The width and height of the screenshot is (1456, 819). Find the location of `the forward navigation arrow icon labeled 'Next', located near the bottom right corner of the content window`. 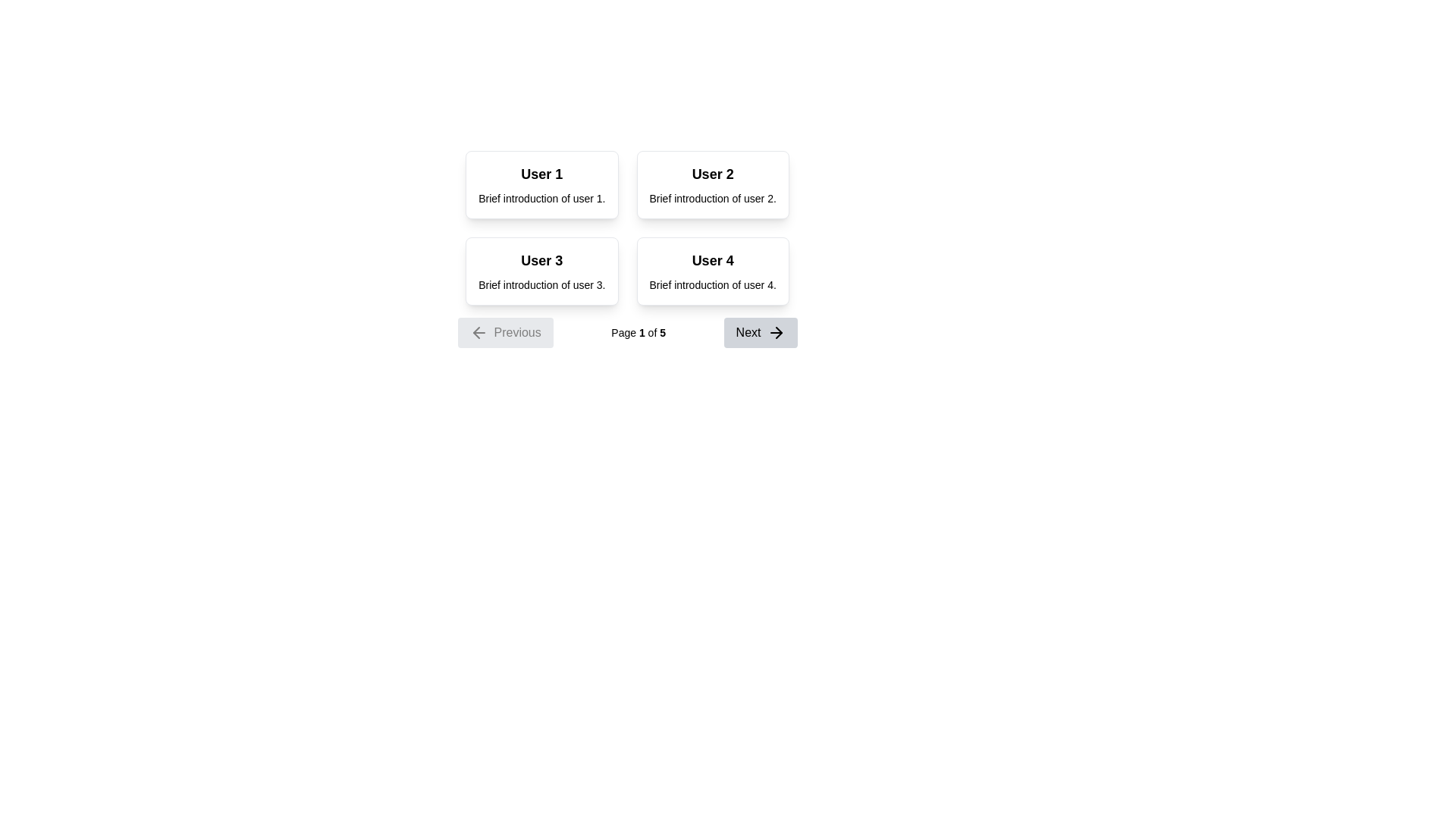

the forward navigation arrow icon labeled 'Next', located near the bottom right corner of the content window is located at coordinates (776, 332).